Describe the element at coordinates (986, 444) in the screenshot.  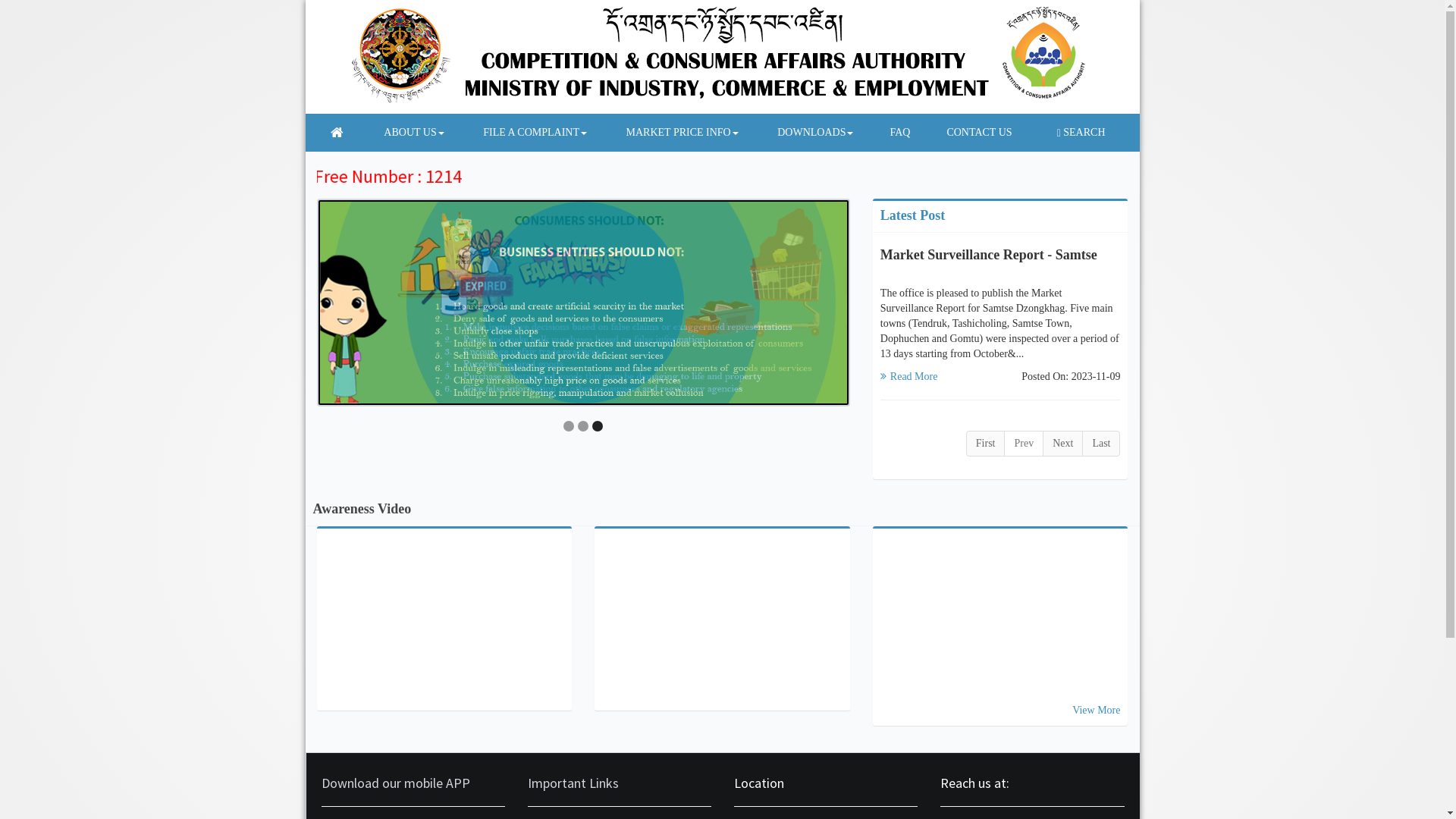
I see `'First'` at that location.